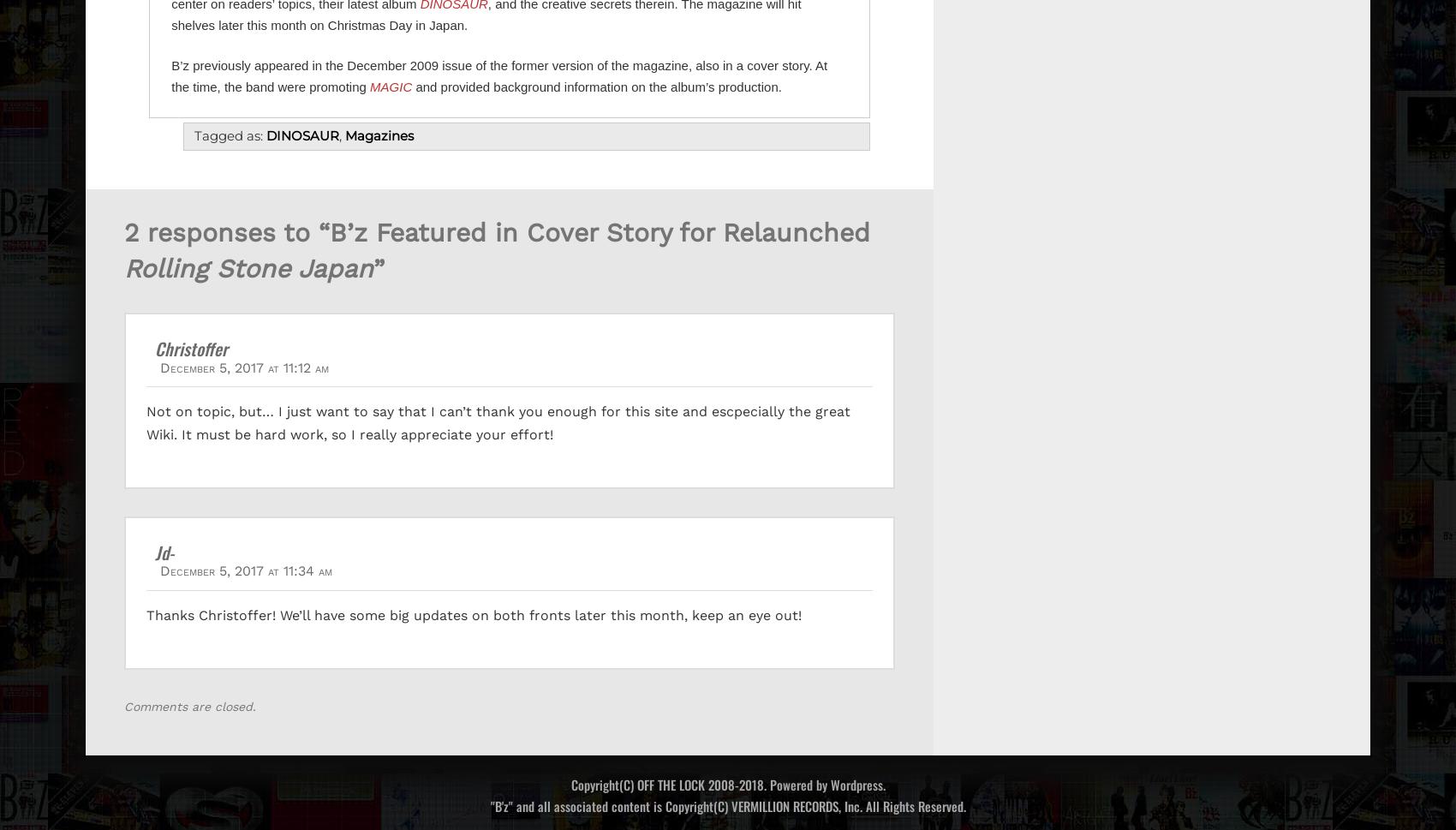  I want to click on 'Copyright(C) OFF THE LOCK 2008-2018. Powered by Wordpress.', so click(726, 784).